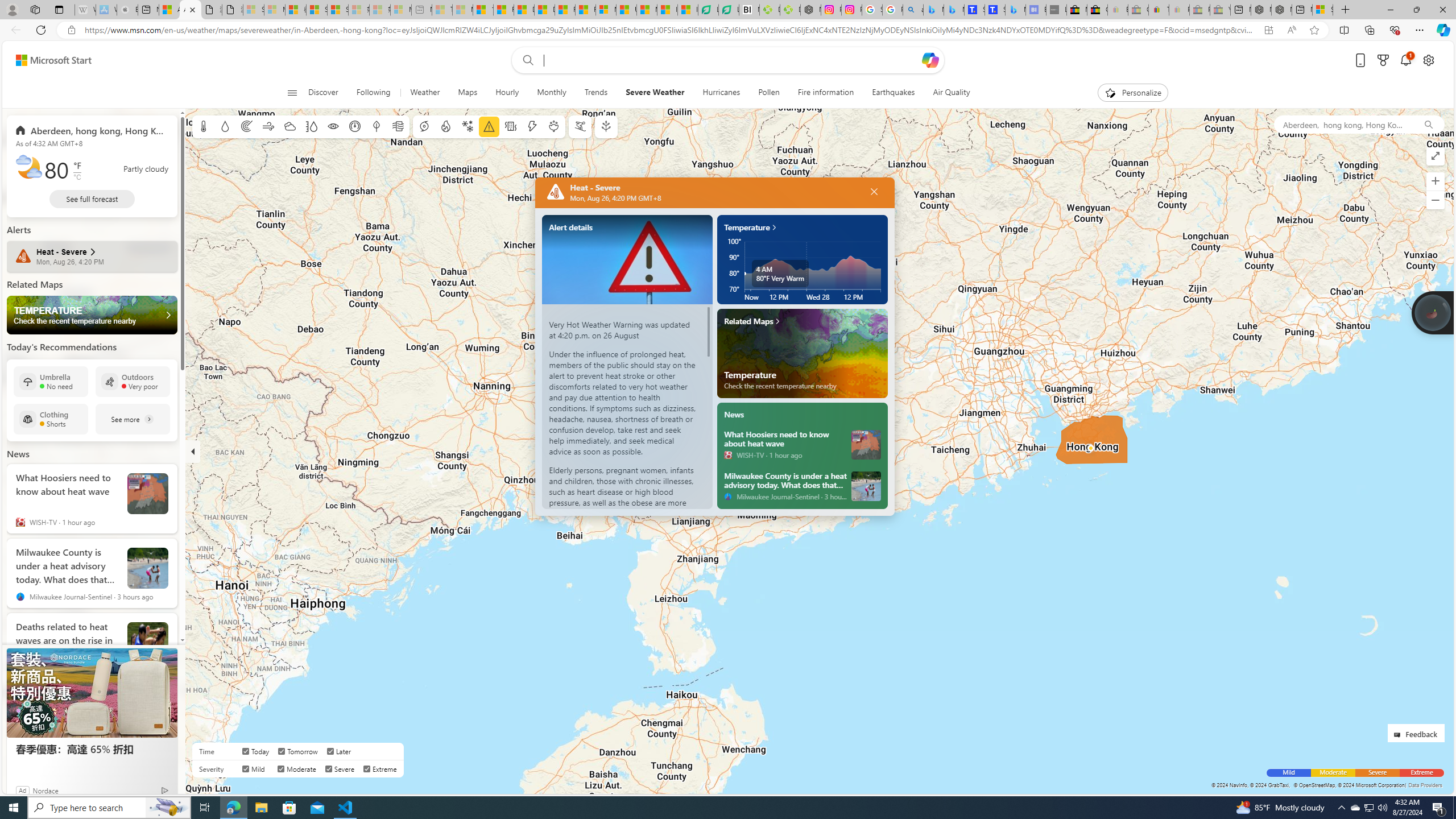 The width and height of the screenshot is (1456, 819). Describe the element at coordinates (424, 92) in the screenshot. I see `'Weather'` at that location.